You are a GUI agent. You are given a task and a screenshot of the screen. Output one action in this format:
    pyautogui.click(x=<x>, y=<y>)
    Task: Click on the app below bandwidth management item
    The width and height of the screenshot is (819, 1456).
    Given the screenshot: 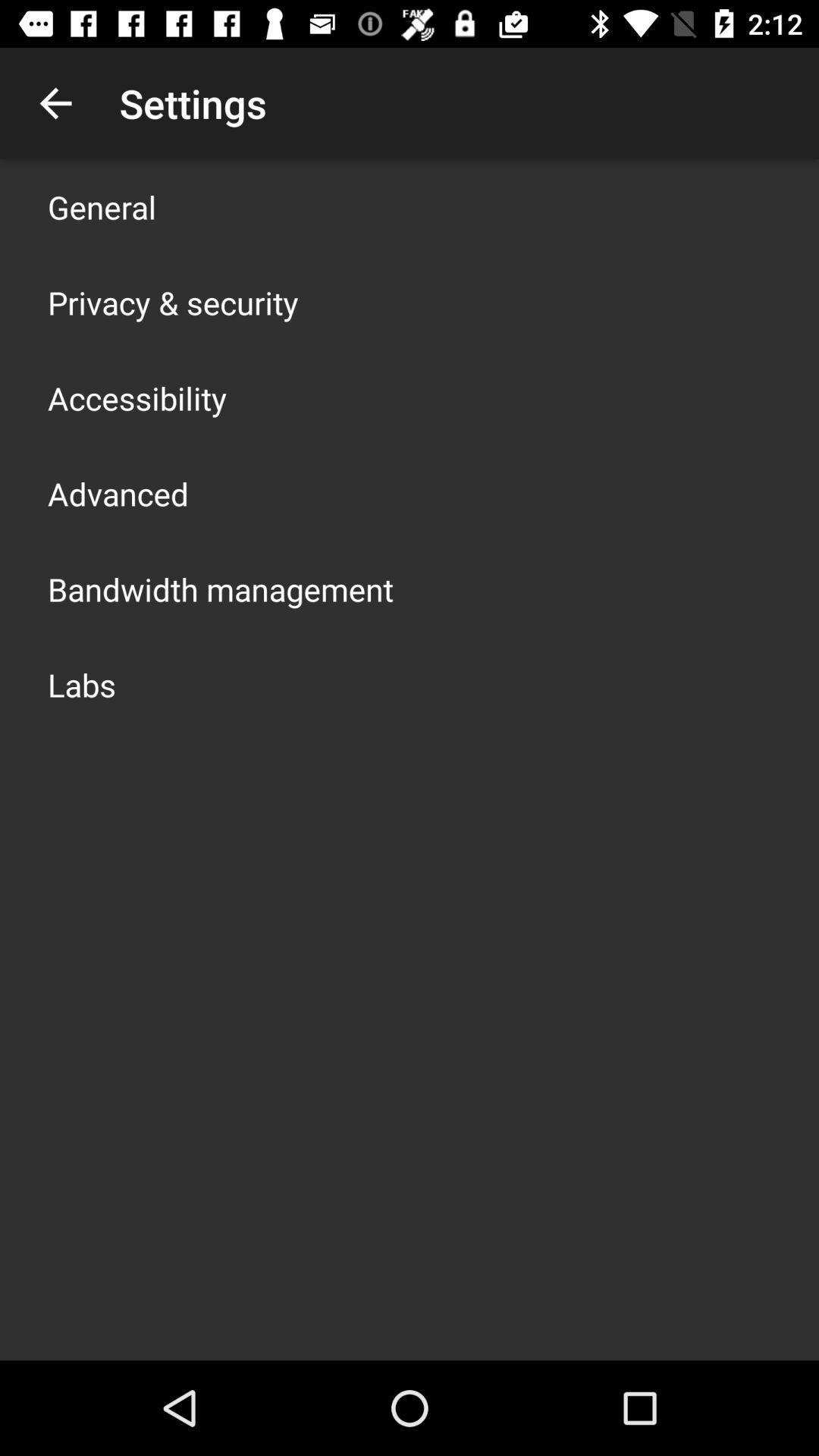 What is the action you would take?
    pyautogui.click(x=82, y=683)
    